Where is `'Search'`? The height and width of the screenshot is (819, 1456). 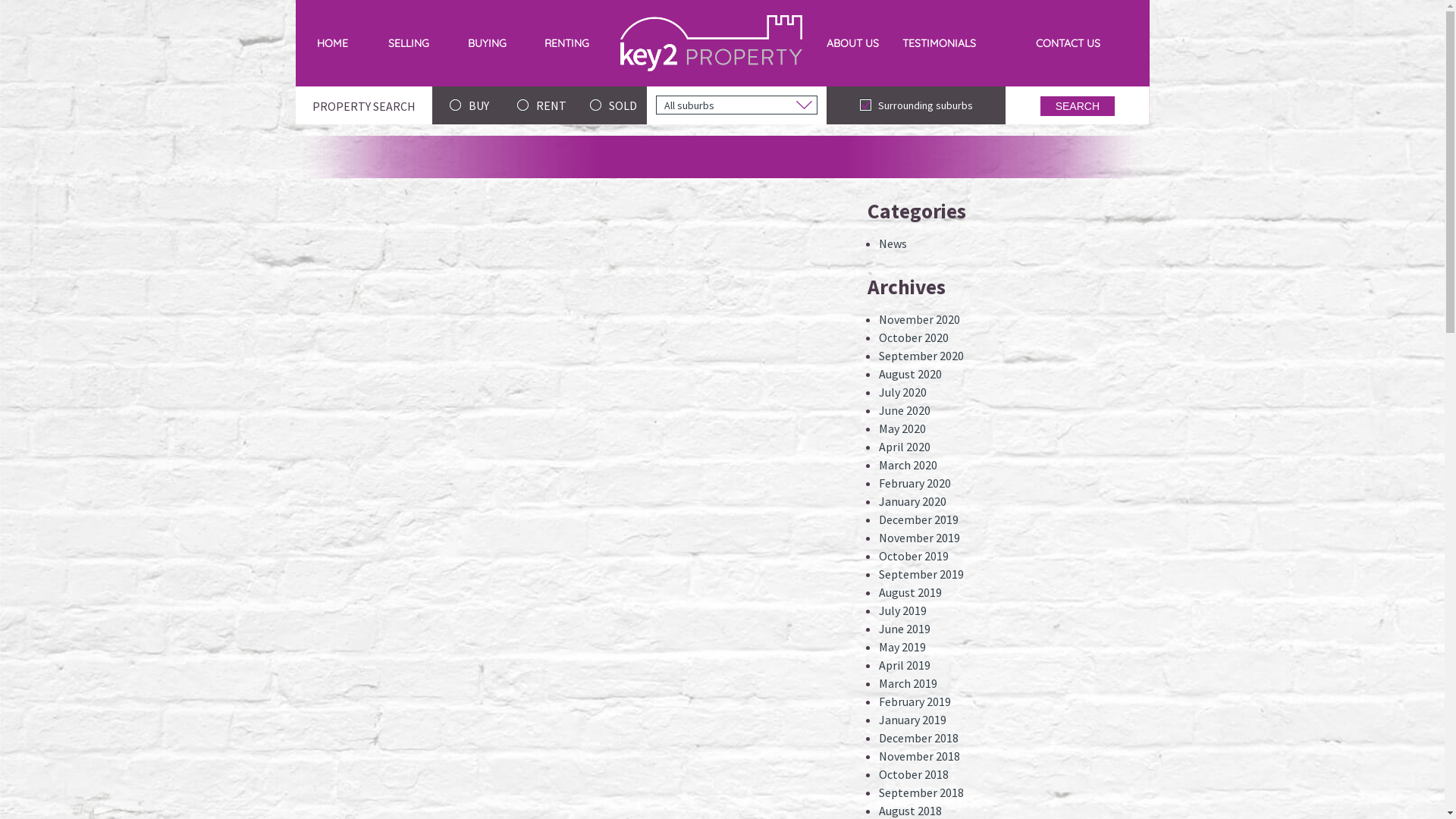 'Search' is located at coordinates (1076, 105).